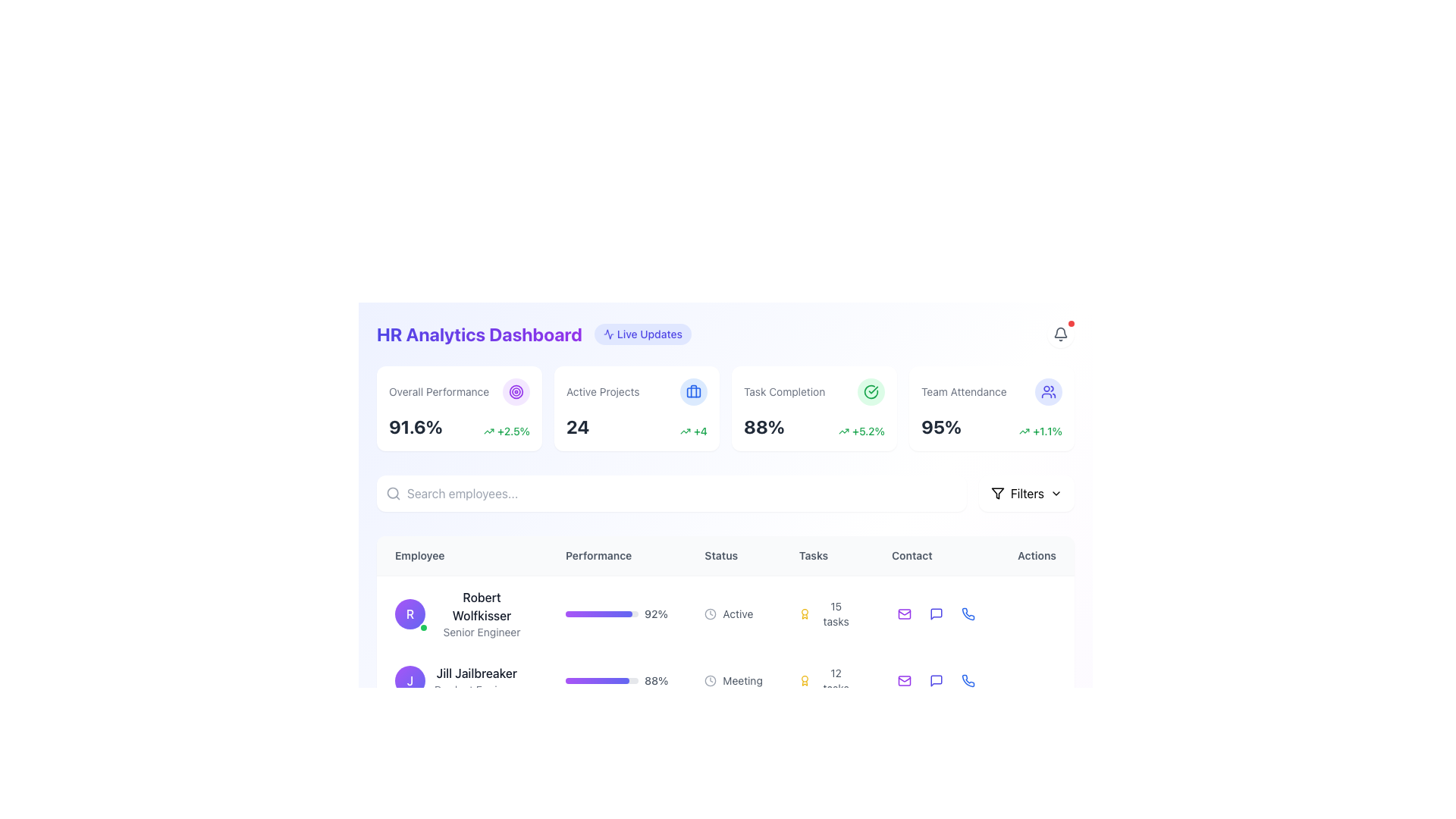 Image resolution: width=1456 pixels, height=819 pixels. What do you see at coordinates (475, 680) in the screenshot?
I see `the text label displaying 'Jill Jailbreaker' and 'Product Engineer' which is located in the second row of the 'Employee' table section, directly below the entry for 'Robert Wolfkisser'` at bounding box center [475, 680].